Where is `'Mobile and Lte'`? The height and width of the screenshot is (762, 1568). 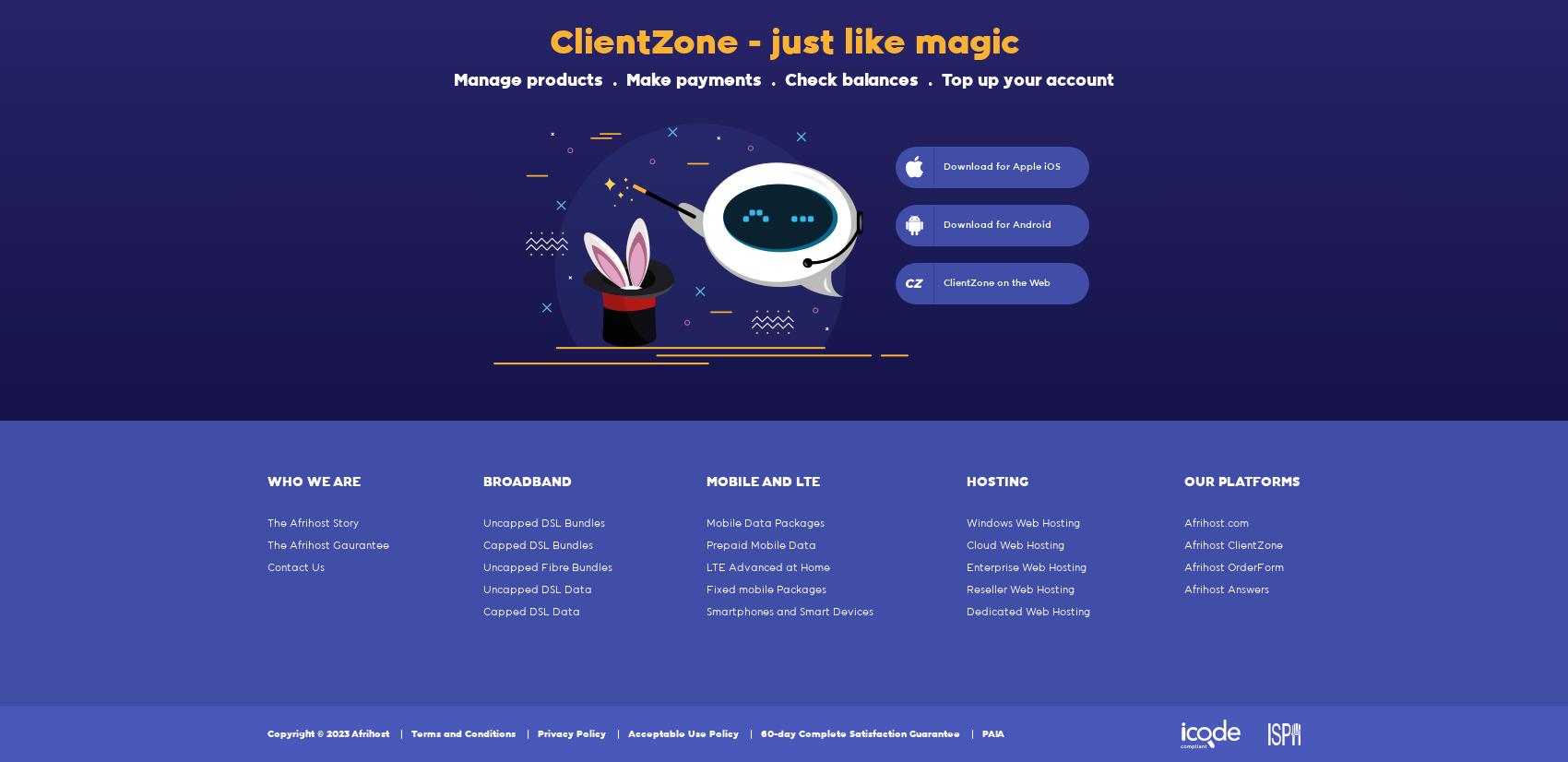
'Mobile and Lte' is located at coordinates (761, 482).